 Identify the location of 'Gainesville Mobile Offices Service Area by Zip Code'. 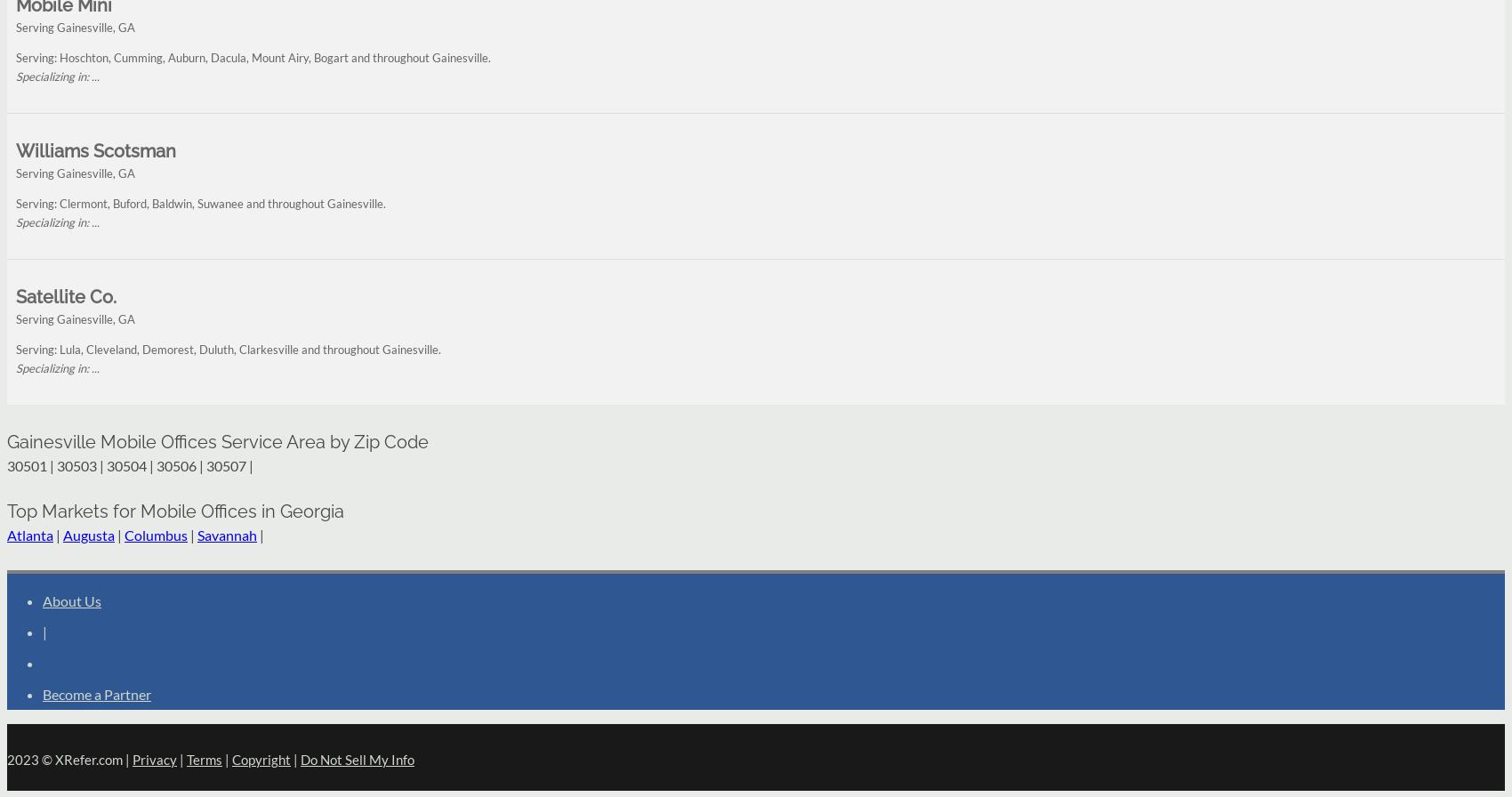
(6, 441).